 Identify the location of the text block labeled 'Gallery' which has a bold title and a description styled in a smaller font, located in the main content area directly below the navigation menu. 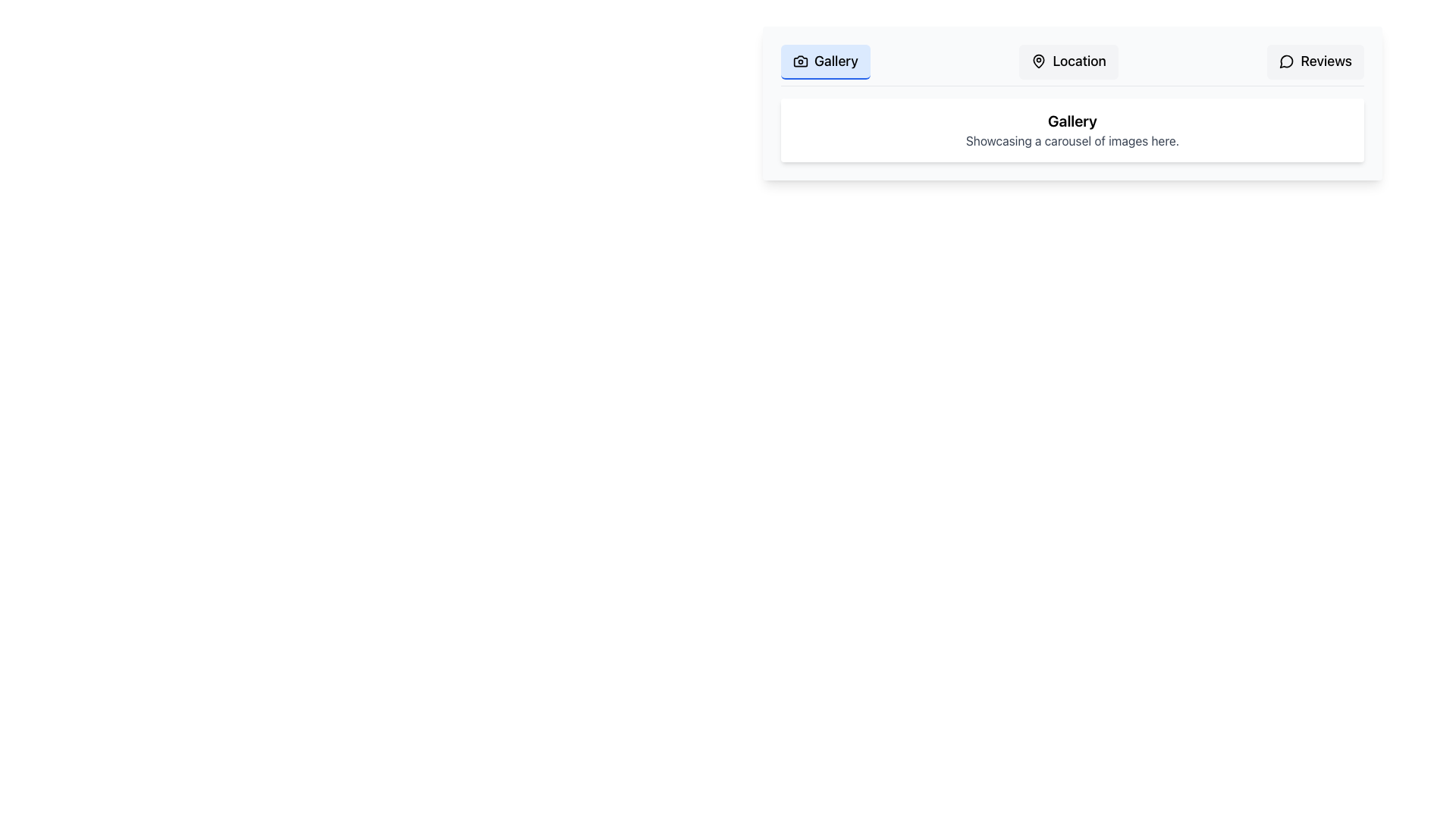
(1072, 130).